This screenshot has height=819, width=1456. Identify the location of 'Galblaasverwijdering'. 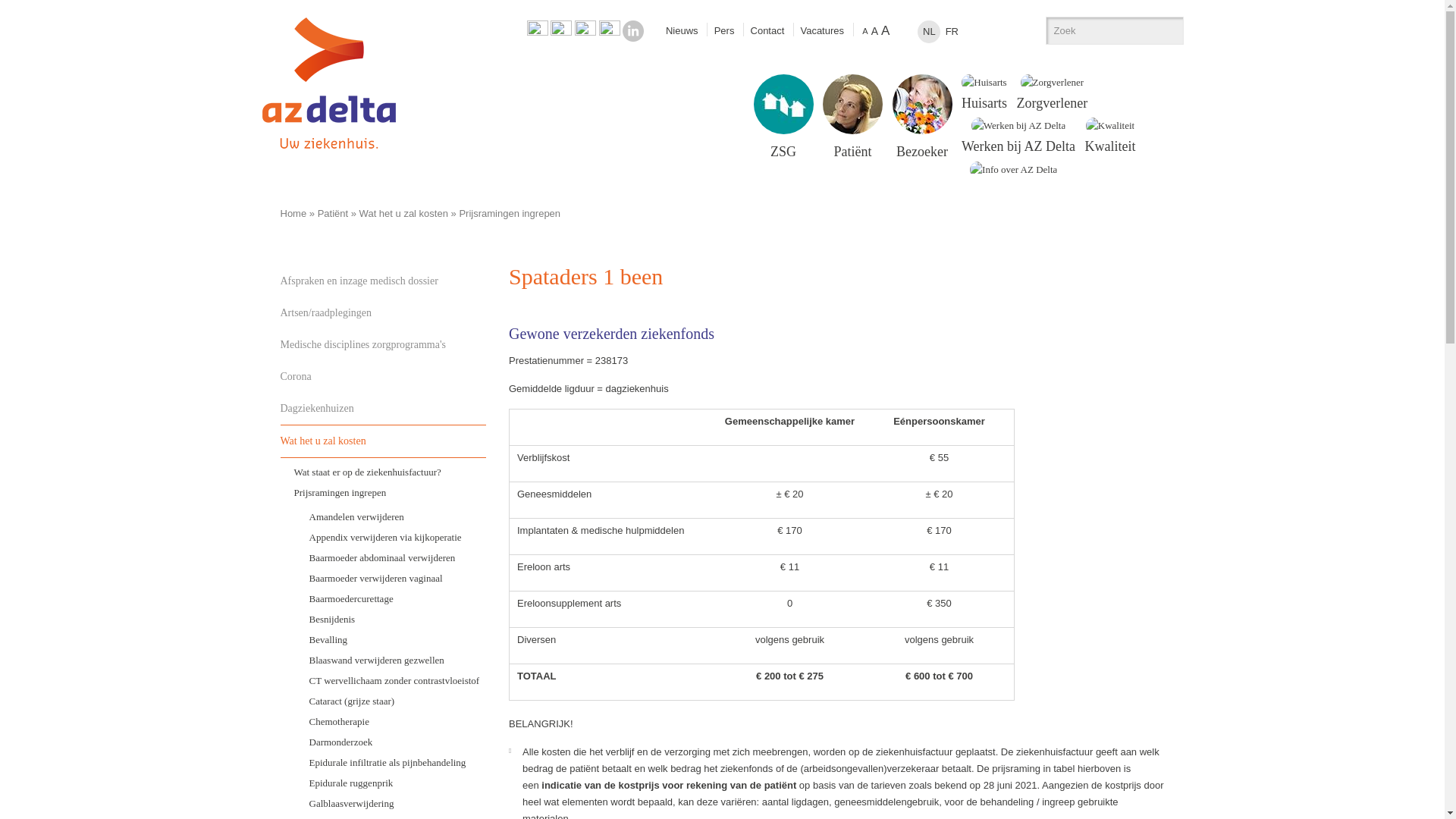
(391, 802).